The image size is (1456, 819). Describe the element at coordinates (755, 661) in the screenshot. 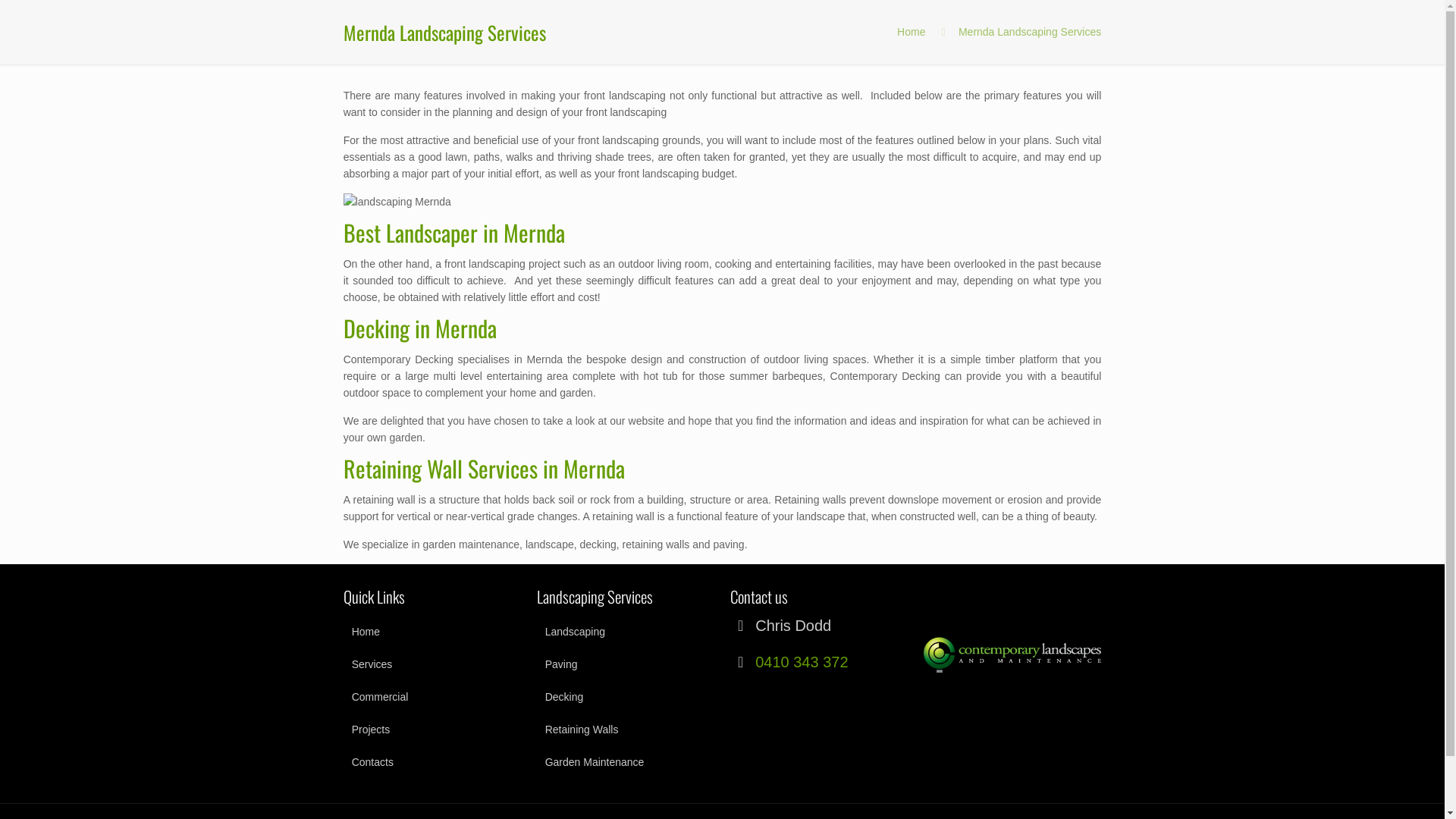

I see `'0410 343 372'` at that location.